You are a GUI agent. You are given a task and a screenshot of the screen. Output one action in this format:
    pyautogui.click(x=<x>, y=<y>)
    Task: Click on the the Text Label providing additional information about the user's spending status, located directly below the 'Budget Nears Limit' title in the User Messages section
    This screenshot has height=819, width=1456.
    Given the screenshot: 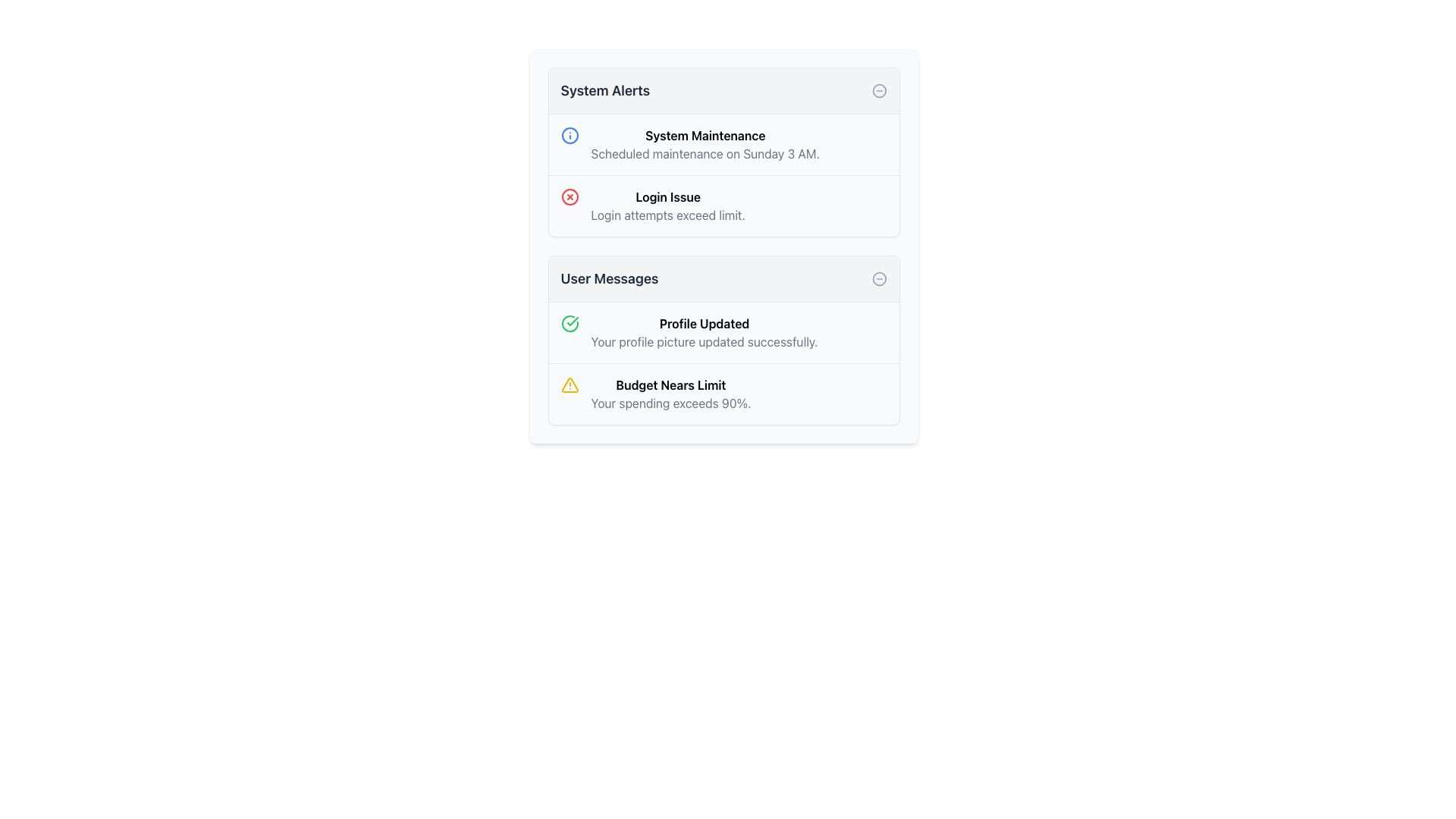 What is the action you would take?
    pyautogui.click(x=670, y=403)
    